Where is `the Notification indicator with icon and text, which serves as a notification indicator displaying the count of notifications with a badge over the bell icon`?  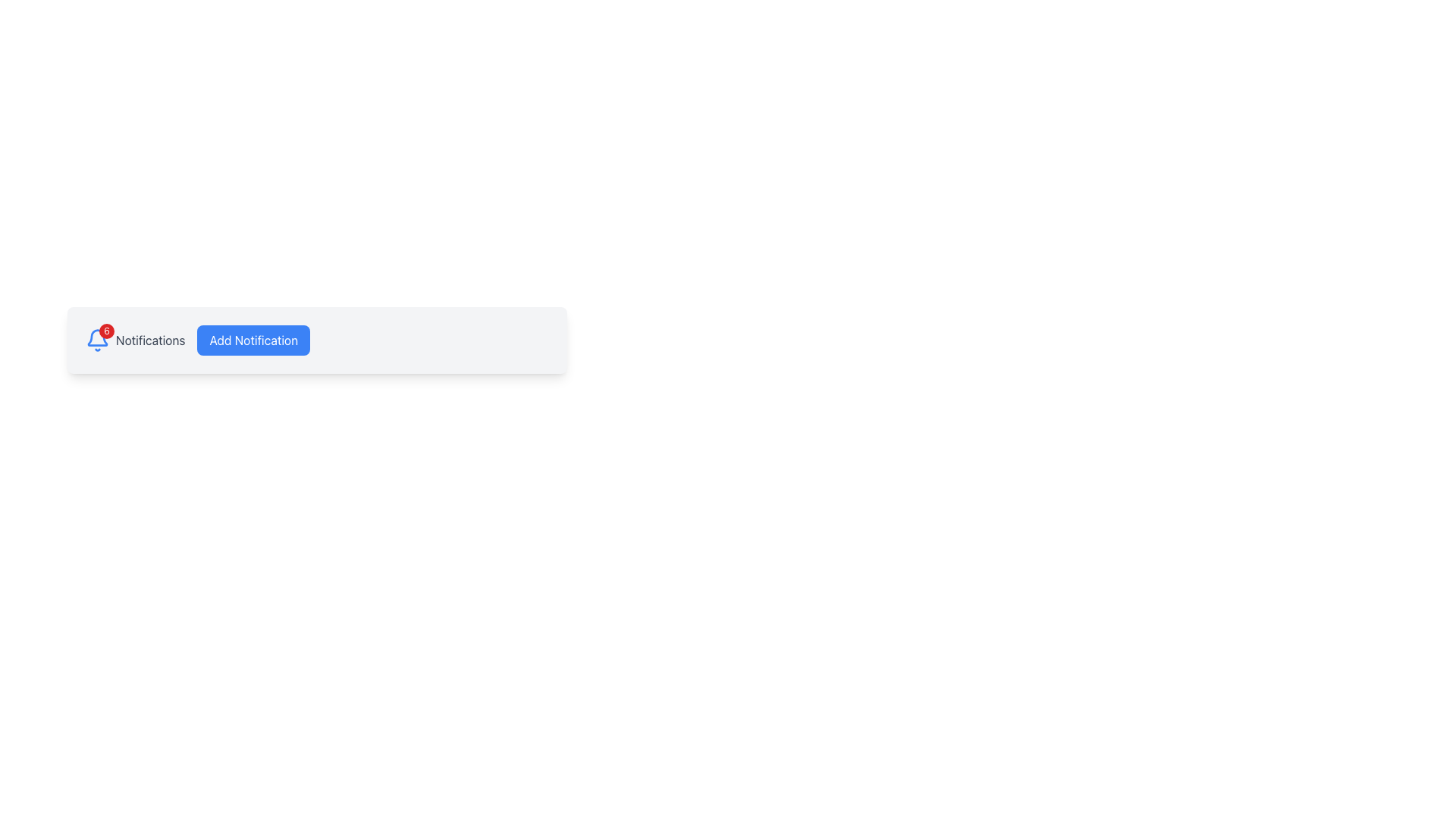 the Notification indicator with icon and text, which serves as a notification indicator displaying the count of notifications with a badge over the bell icon is located at coordinates (135, 339).